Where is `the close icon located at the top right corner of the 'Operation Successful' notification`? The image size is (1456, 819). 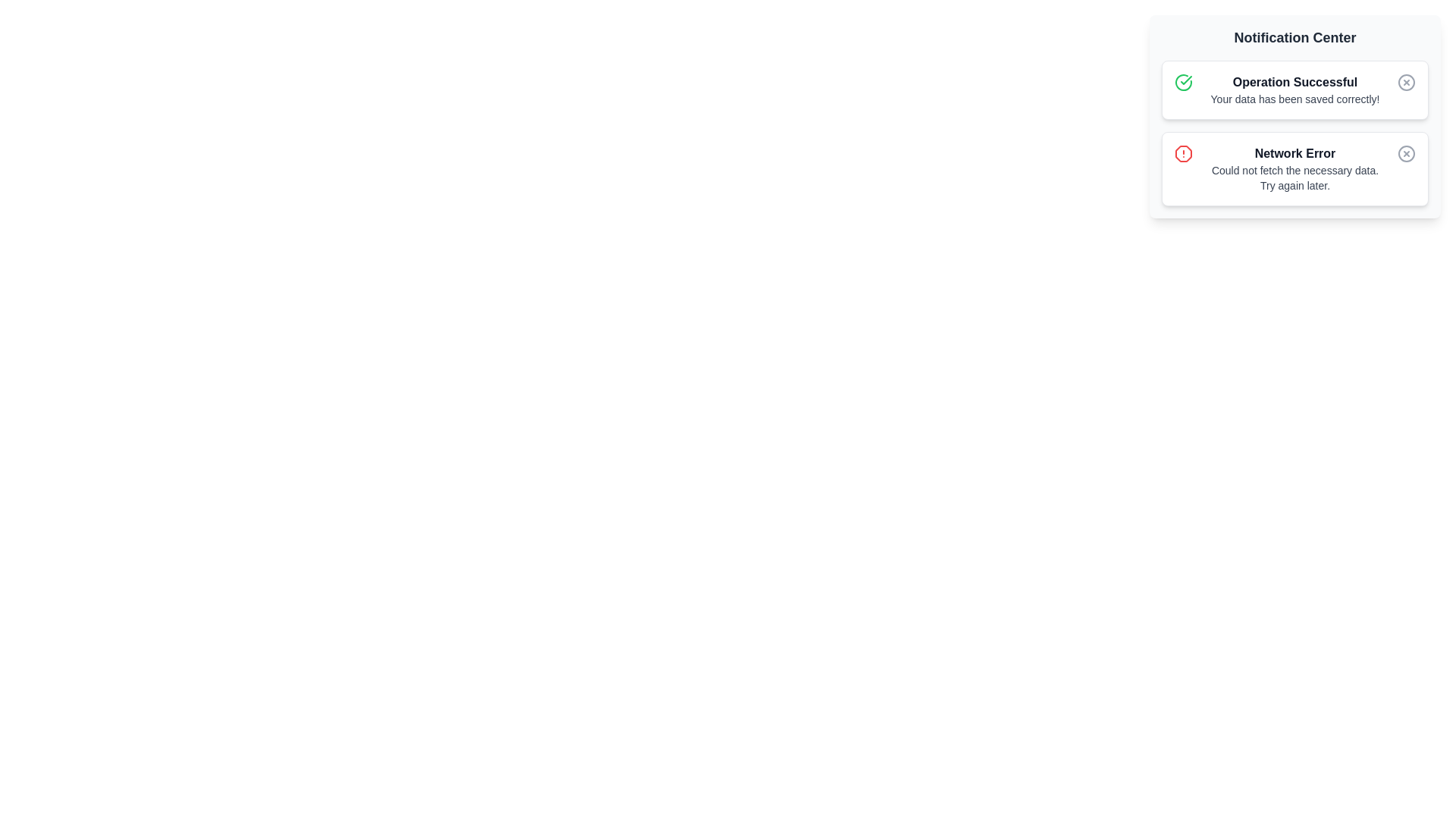 the close icon located at the top right corner of the 'Operation Successful' notification is located at coordinates (1405, 82).